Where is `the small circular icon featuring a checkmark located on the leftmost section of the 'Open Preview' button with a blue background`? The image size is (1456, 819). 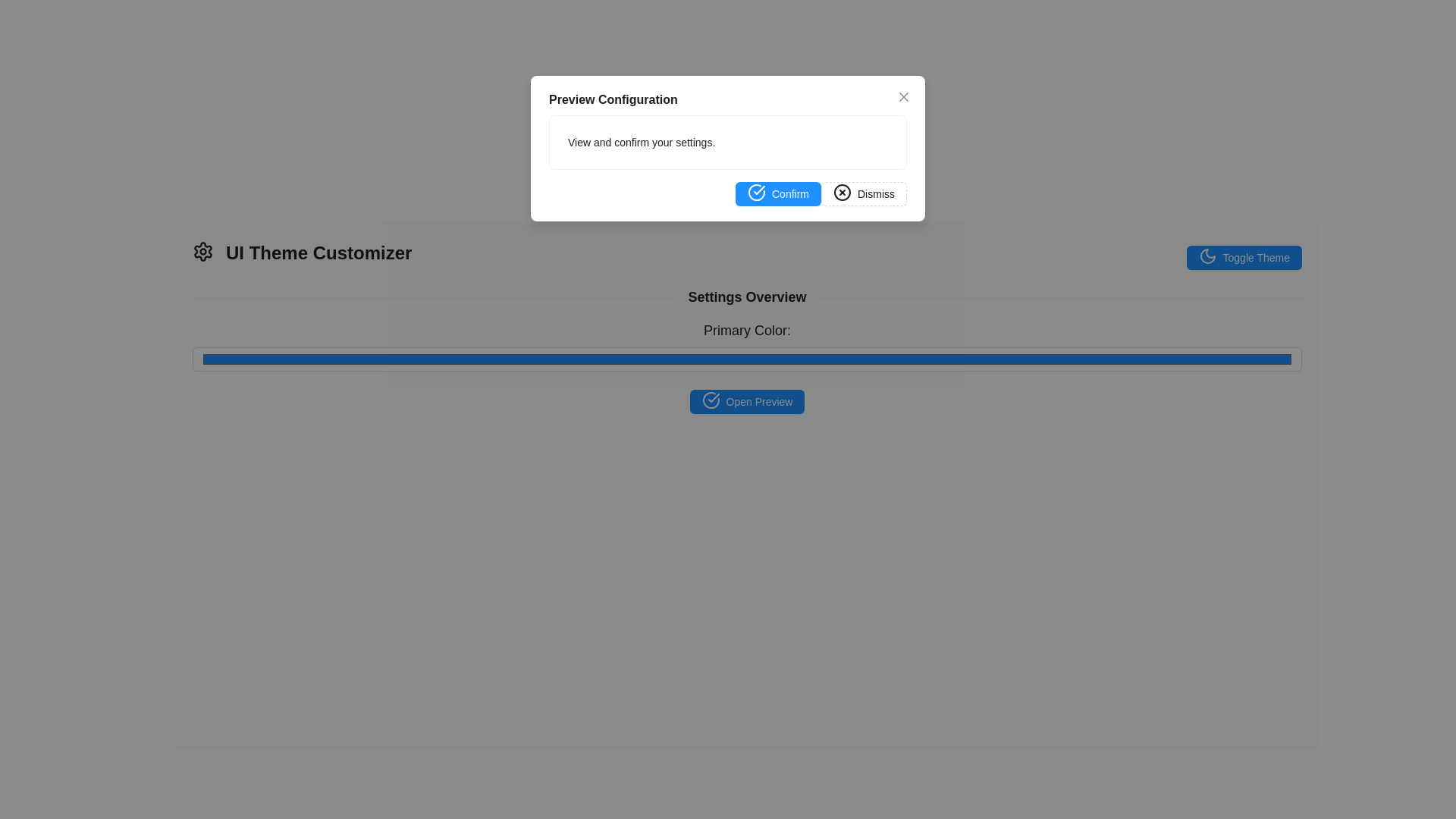 the small circular icon featuring a checkmark located on the leftmost section of the 'Open Preview' button with a blue background is located at coordinates (710, 400).